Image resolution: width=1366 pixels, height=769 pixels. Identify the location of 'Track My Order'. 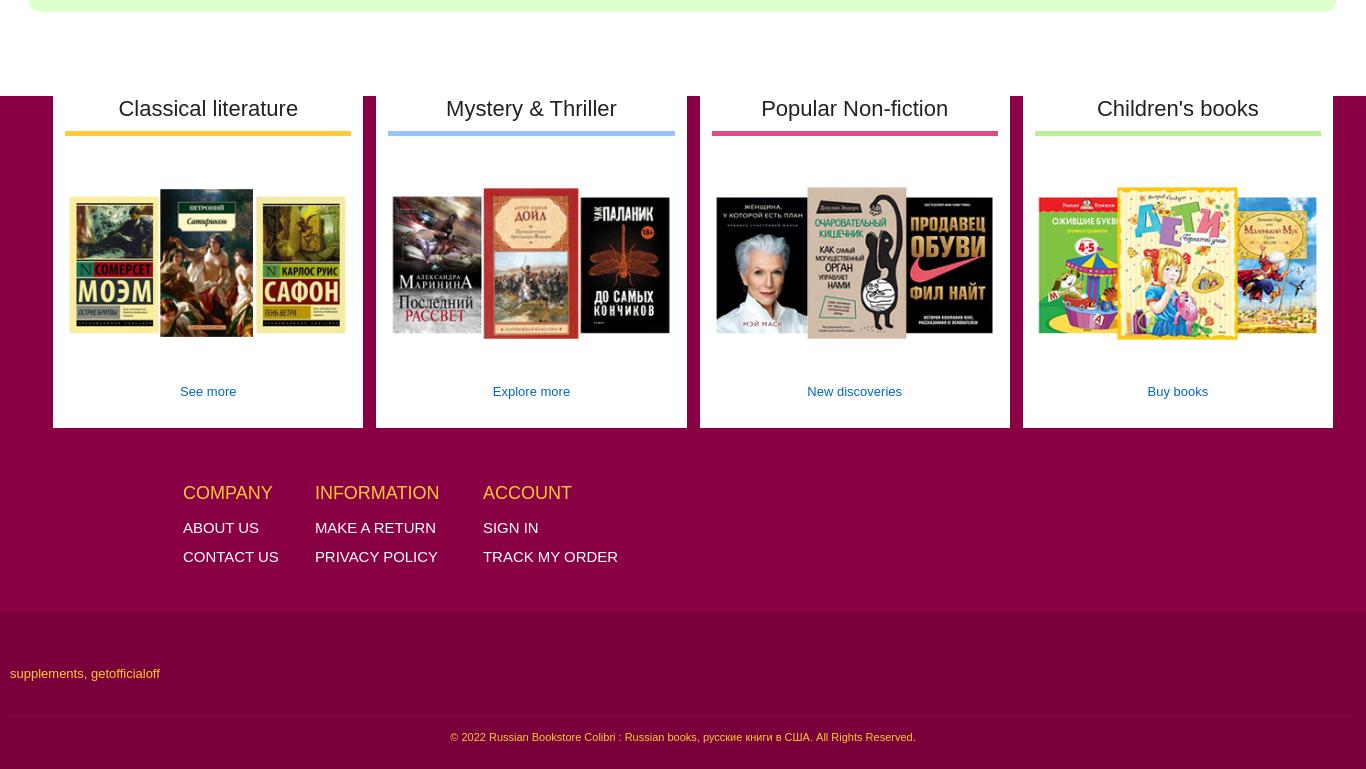
(550, 554).